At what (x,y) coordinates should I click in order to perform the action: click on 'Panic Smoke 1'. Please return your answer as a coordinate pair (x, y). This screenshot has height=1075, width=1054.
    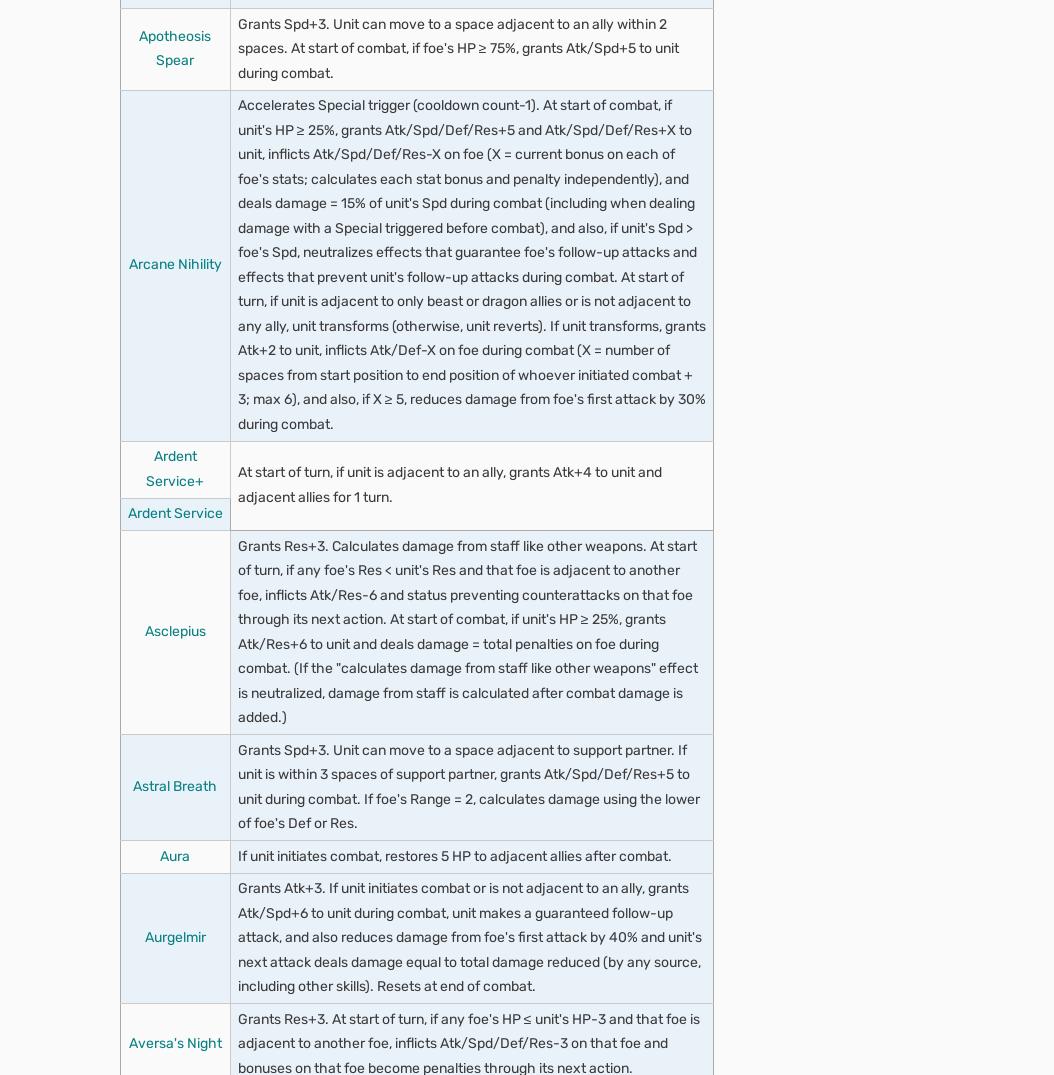
    Looking at the image, I should click on (208, 511).